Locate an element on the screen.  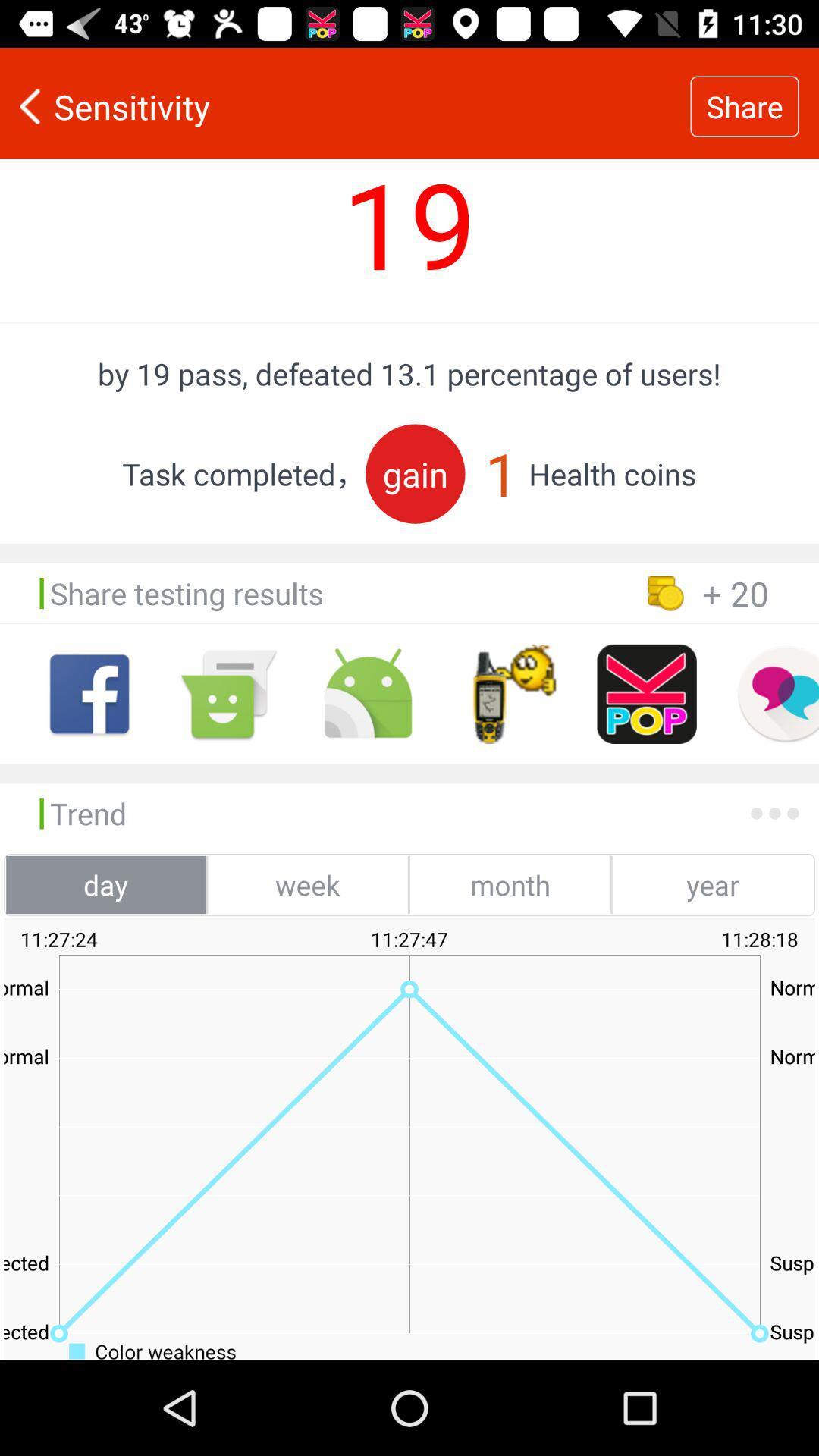
the chat icon is located at coordinates (777, 693).